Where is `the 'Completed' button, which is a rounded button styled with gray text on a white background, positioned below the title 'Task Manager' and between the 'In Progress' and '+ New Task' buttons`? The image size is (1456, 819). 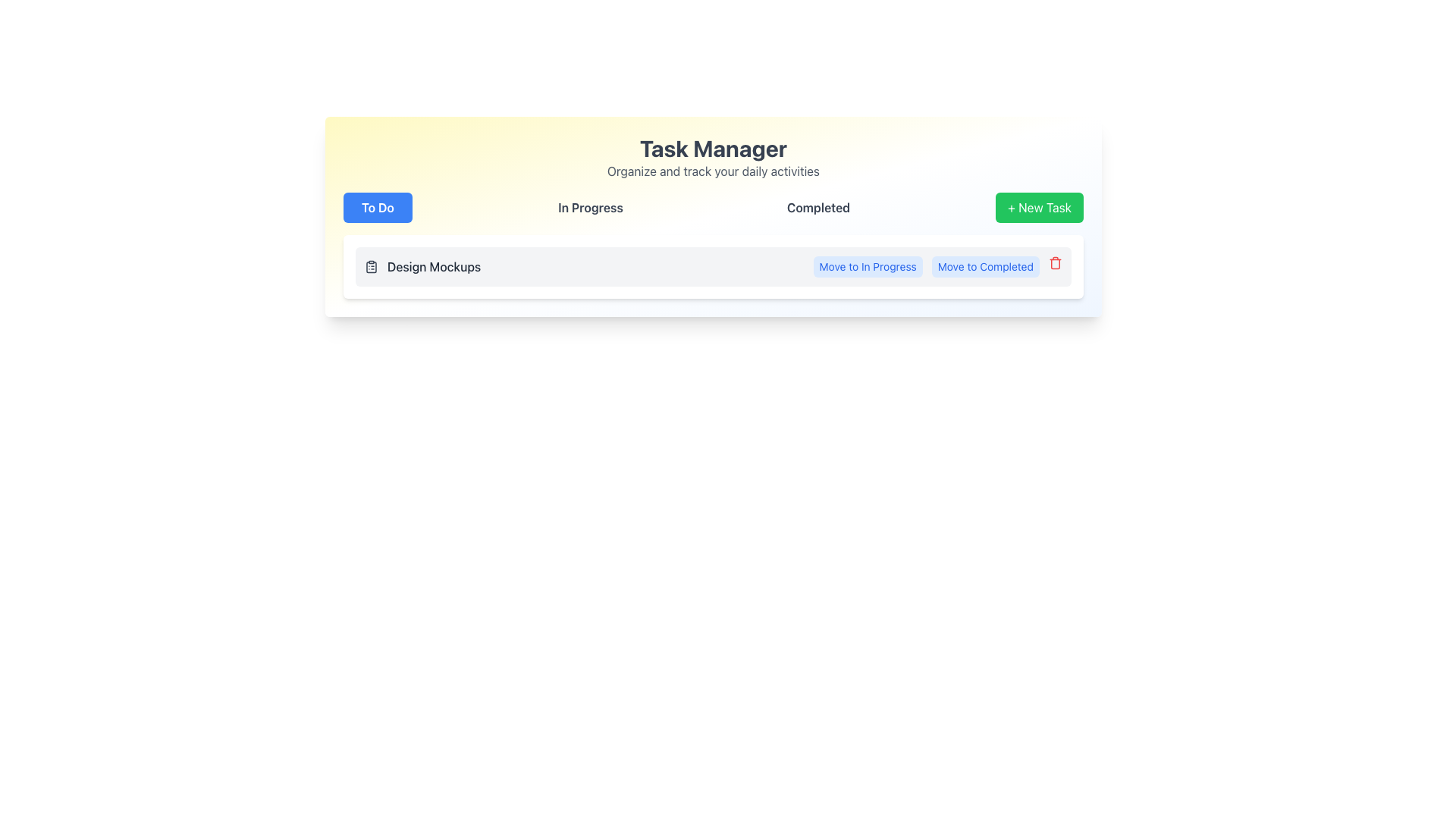
the 'Completed' button, which is a rounded button styled with gray text on a white background, positioned below the title 'Task Manager' and between the 'In Progress' and '+ New Task' buttons is located at coordinates (817, 207).